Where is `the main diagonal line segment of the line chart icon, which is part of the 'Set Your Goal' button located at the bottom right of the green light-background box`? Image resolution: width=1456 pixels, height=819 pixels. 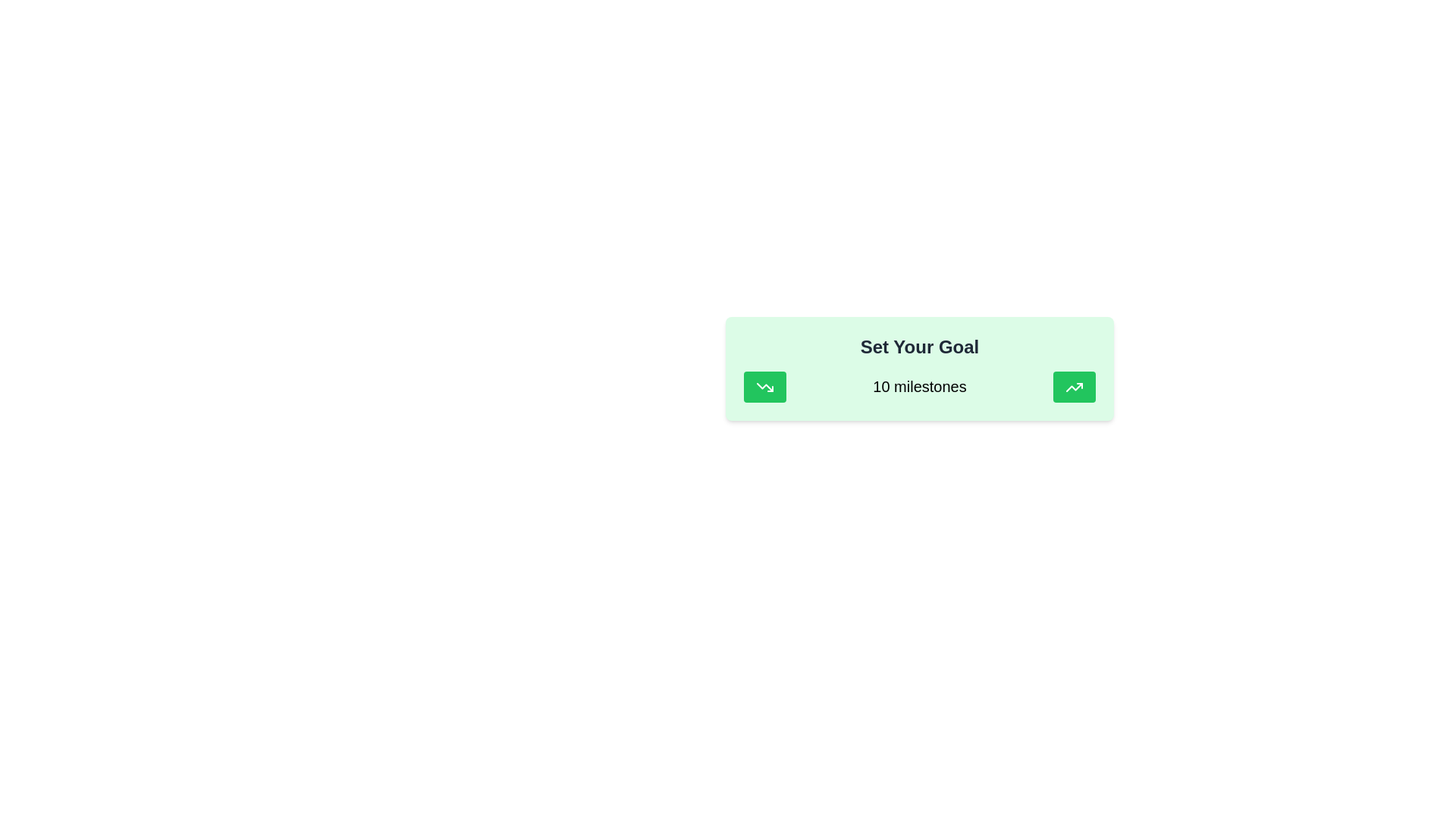
the main diagonal line segment of the line chart icon, which is part of the 'Set Your Goal' button located at the bottom right of the green light-background box is located at coordinates (1073, 385).